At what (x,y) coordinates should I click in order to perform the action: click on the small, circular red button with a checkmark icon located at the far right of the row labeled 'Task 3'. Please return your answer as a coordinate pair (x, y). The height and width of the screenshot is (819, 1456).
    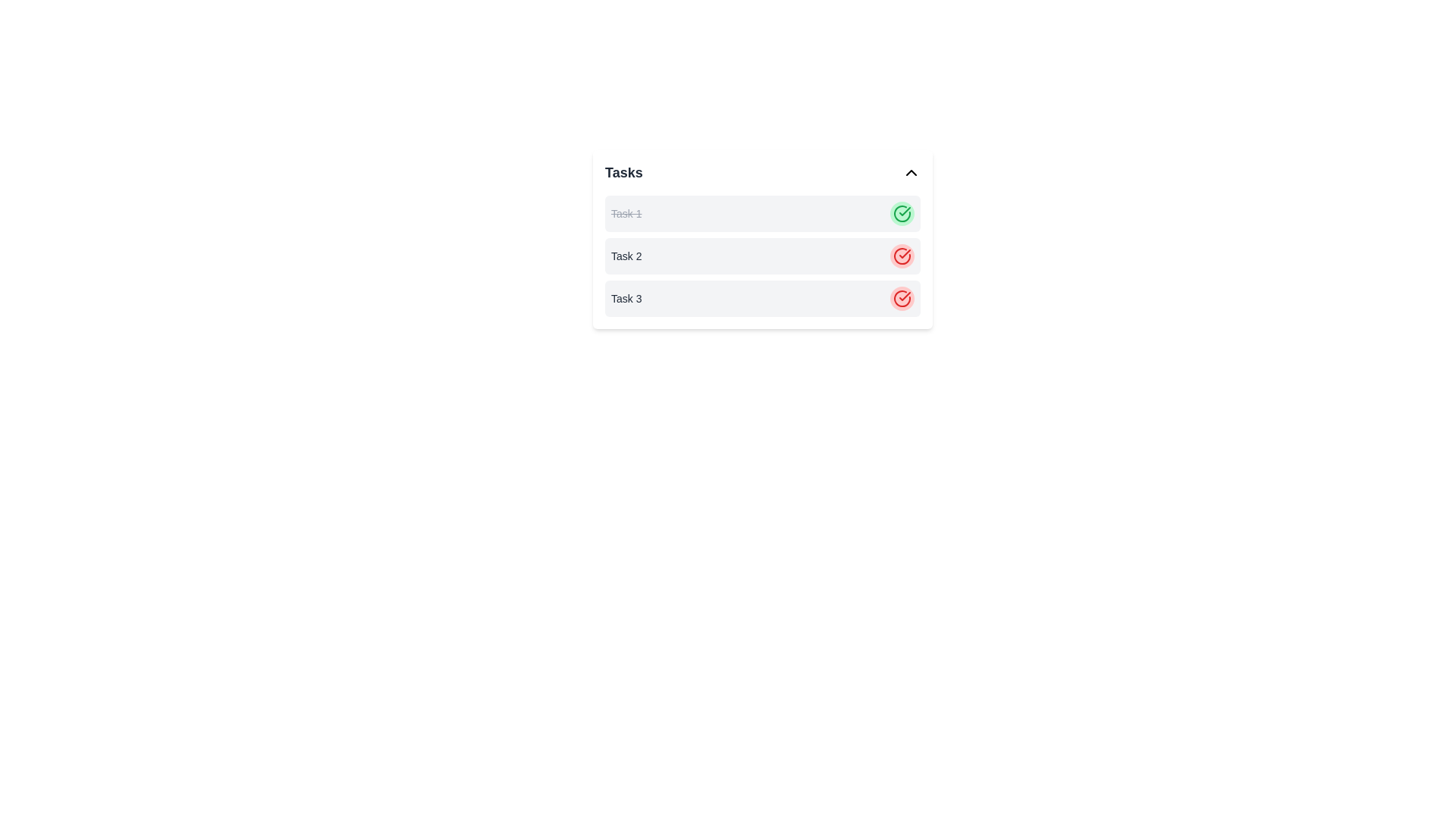
    Looking at the image, I should click on (902, 298).